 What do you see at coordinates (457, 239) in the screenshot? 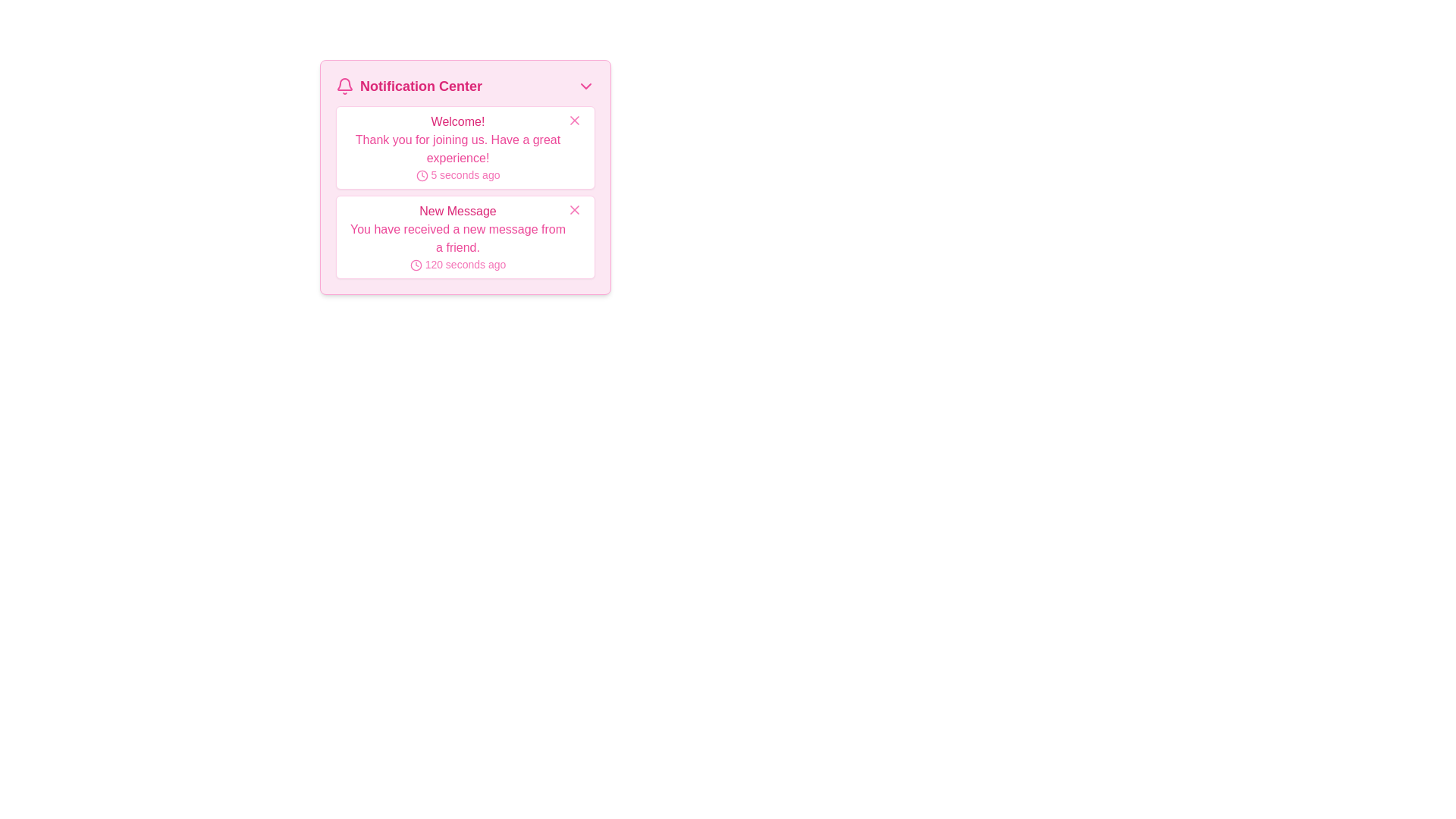
I see `text label displaying the content of a received message located below the 'New Message' title in the pink-themed notification card` at bounding box center [457, 239].